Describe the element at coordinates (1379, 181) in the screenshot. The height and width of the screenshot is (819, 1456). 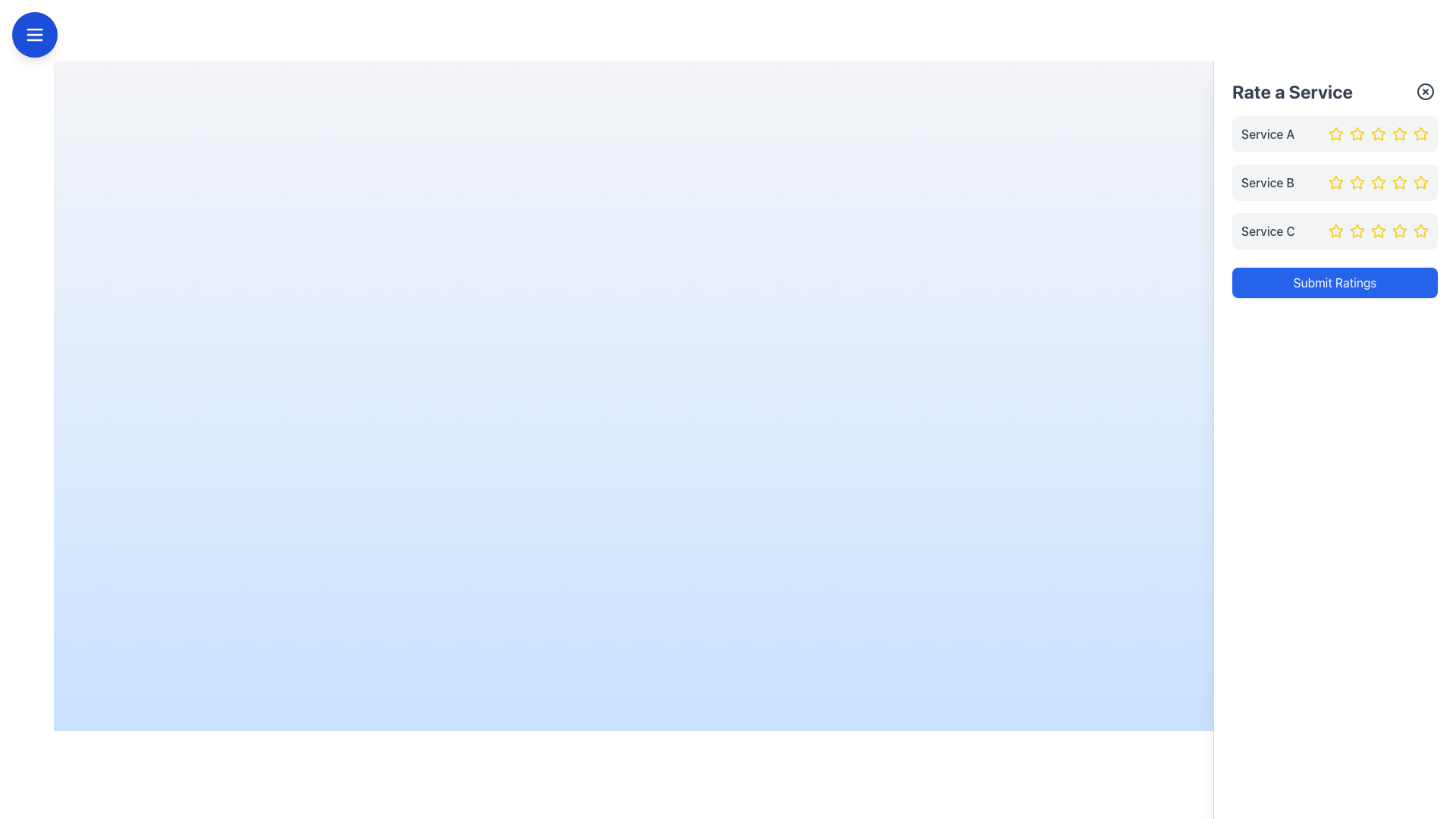
I see `the fourth star icon in the 'Rate a Service' section` at that location.